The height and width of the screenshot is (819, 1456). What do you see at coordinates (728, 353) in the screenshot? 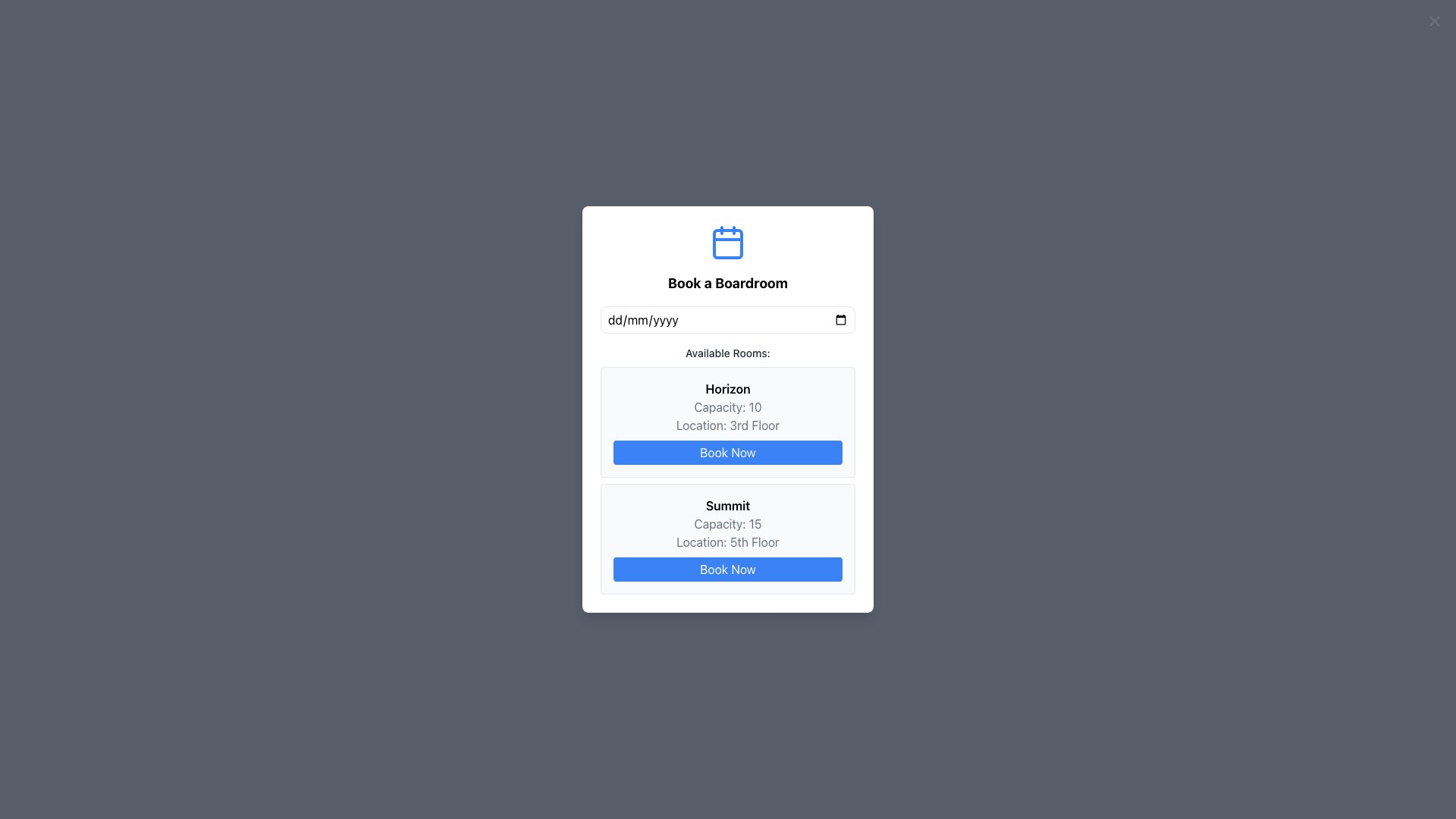
I see `the Text Label that indicates the section for available rooms for booking, positioned just below the date input field and centrally aligned` at bounding box center [728, 353].